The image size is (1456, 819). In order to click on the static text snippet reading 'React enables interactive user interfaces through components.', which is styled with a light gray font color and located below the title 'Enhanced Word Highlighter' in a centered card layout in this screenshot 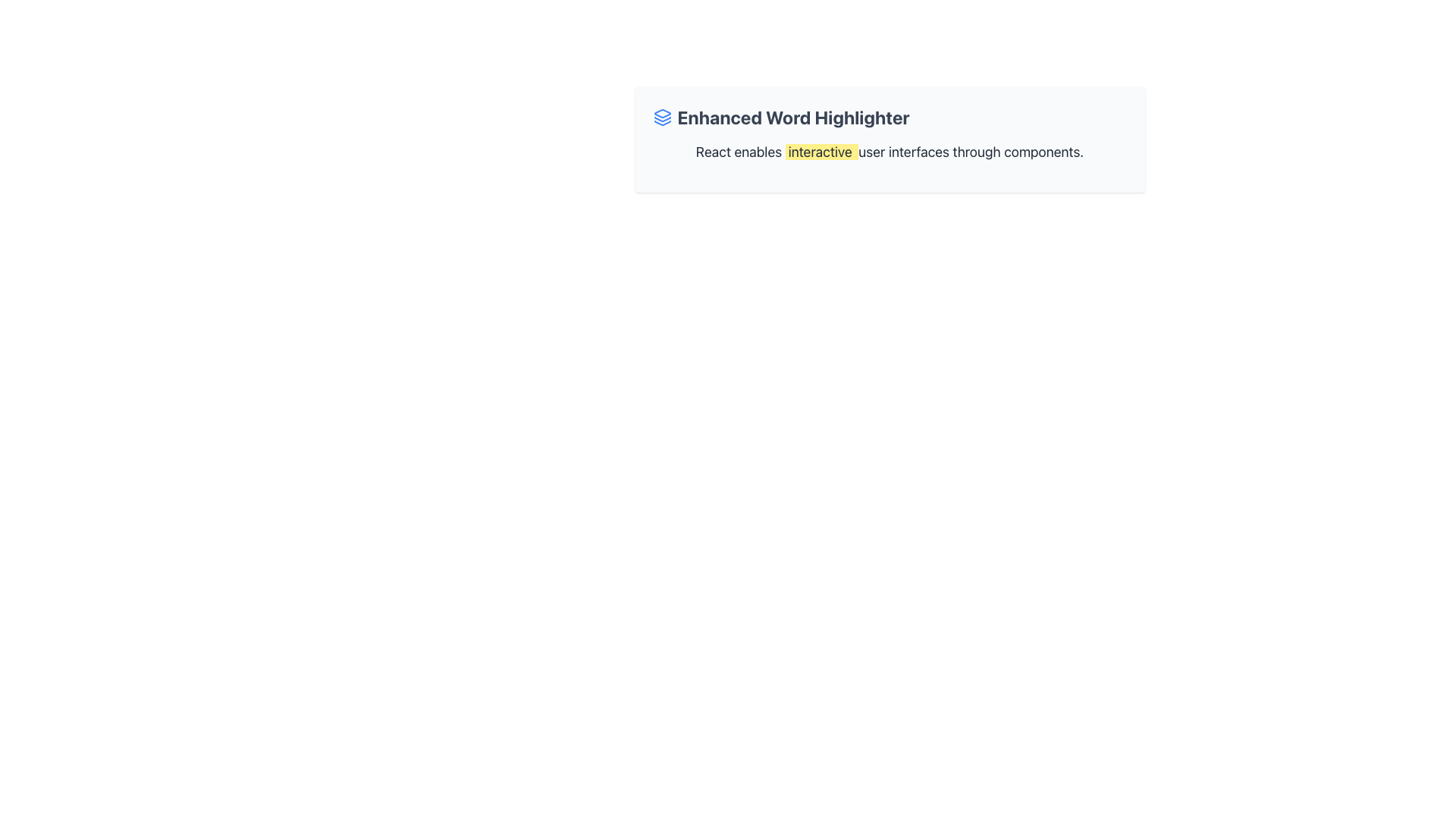, I will do `click(890, 152)`.